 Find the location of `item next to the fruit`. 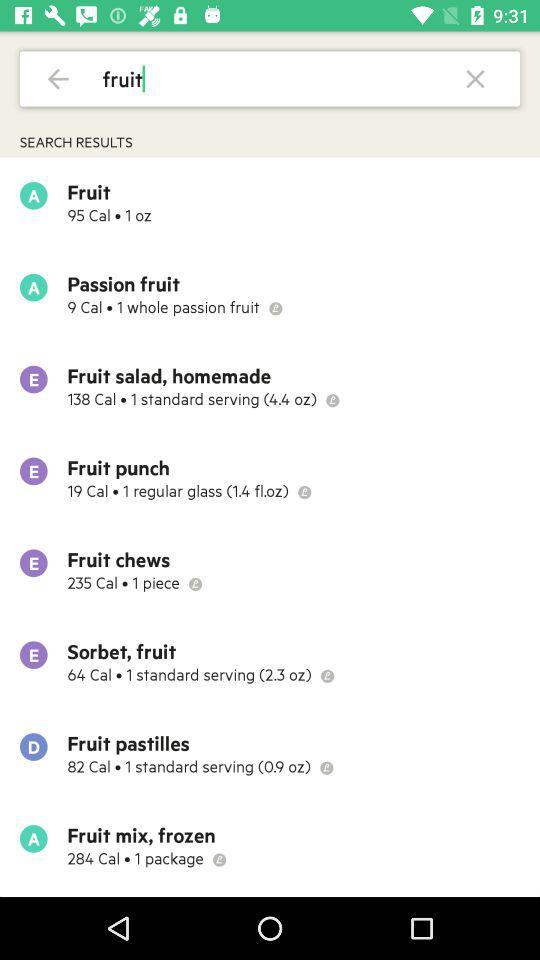

item next to the fruit is located at coordinates (58, 78).